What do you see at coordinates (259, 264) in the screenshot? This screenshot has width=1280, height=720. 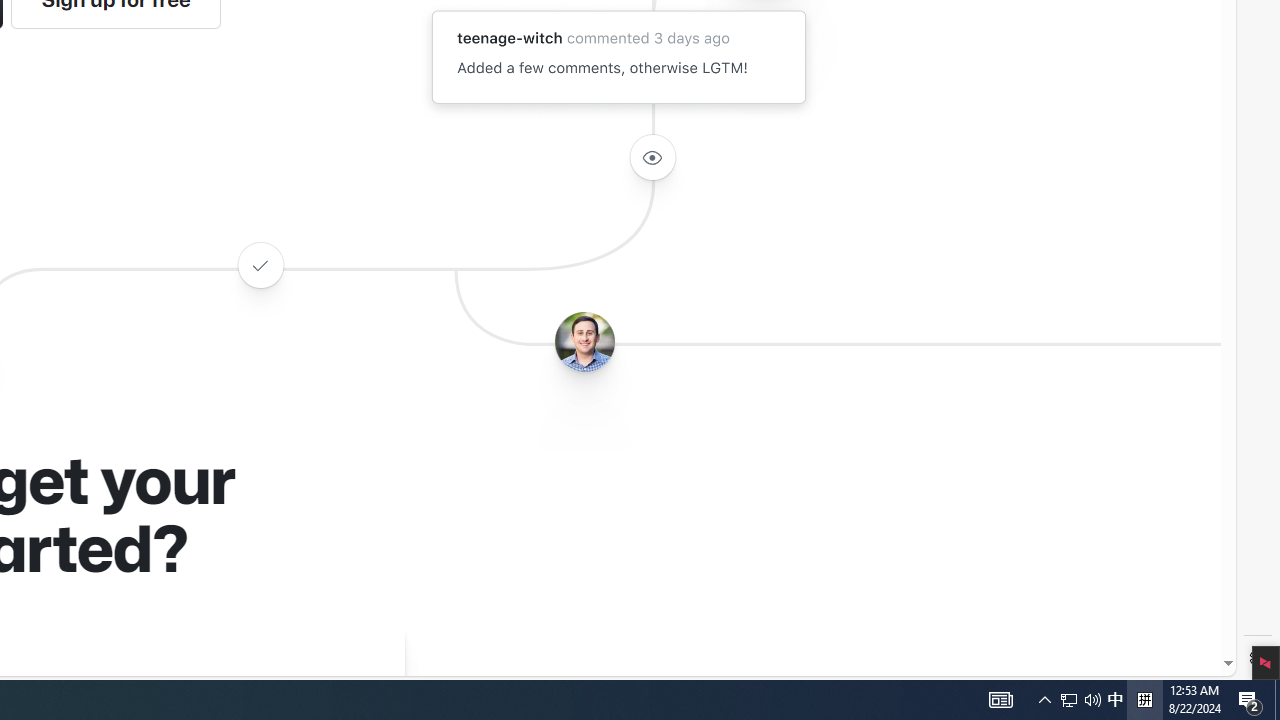 I see `'Class: color-fg-muted width-full'` at bounding box center [259, 264].